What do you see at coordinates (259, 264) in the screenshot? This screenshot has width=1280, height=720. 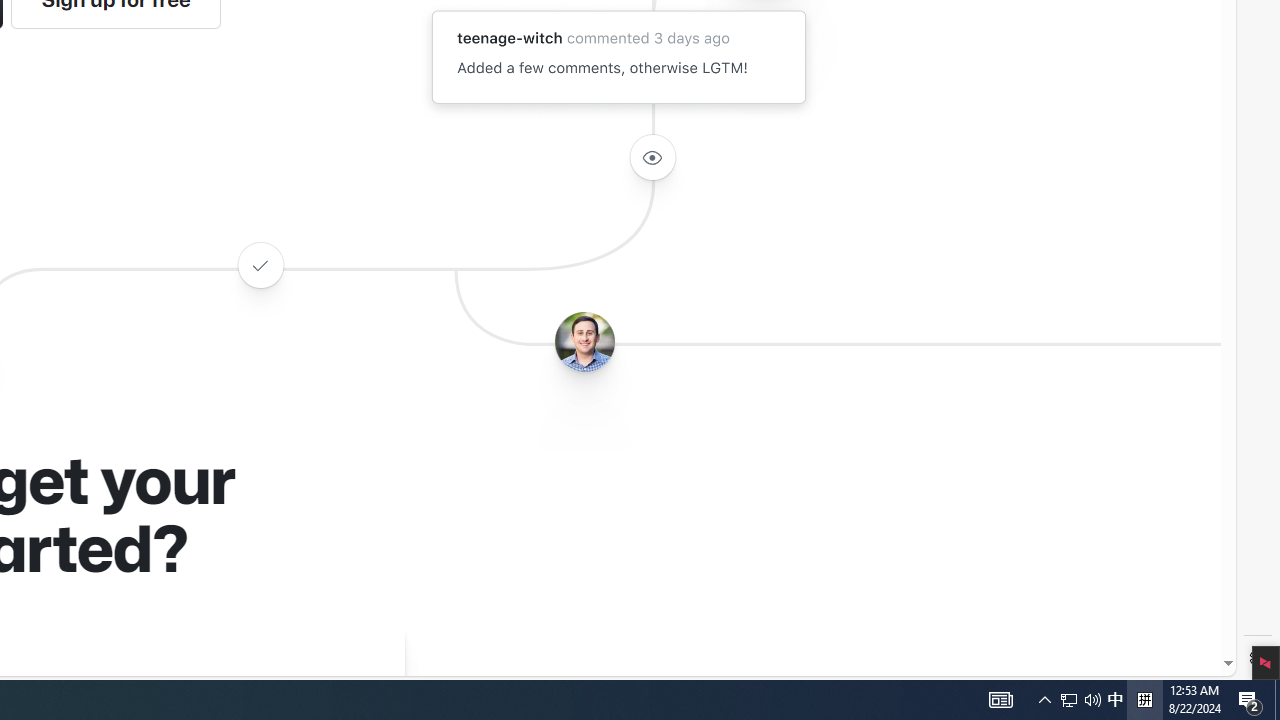 I see `'Class: color-fg-muted width-full'` at bounding box center [259, 264].